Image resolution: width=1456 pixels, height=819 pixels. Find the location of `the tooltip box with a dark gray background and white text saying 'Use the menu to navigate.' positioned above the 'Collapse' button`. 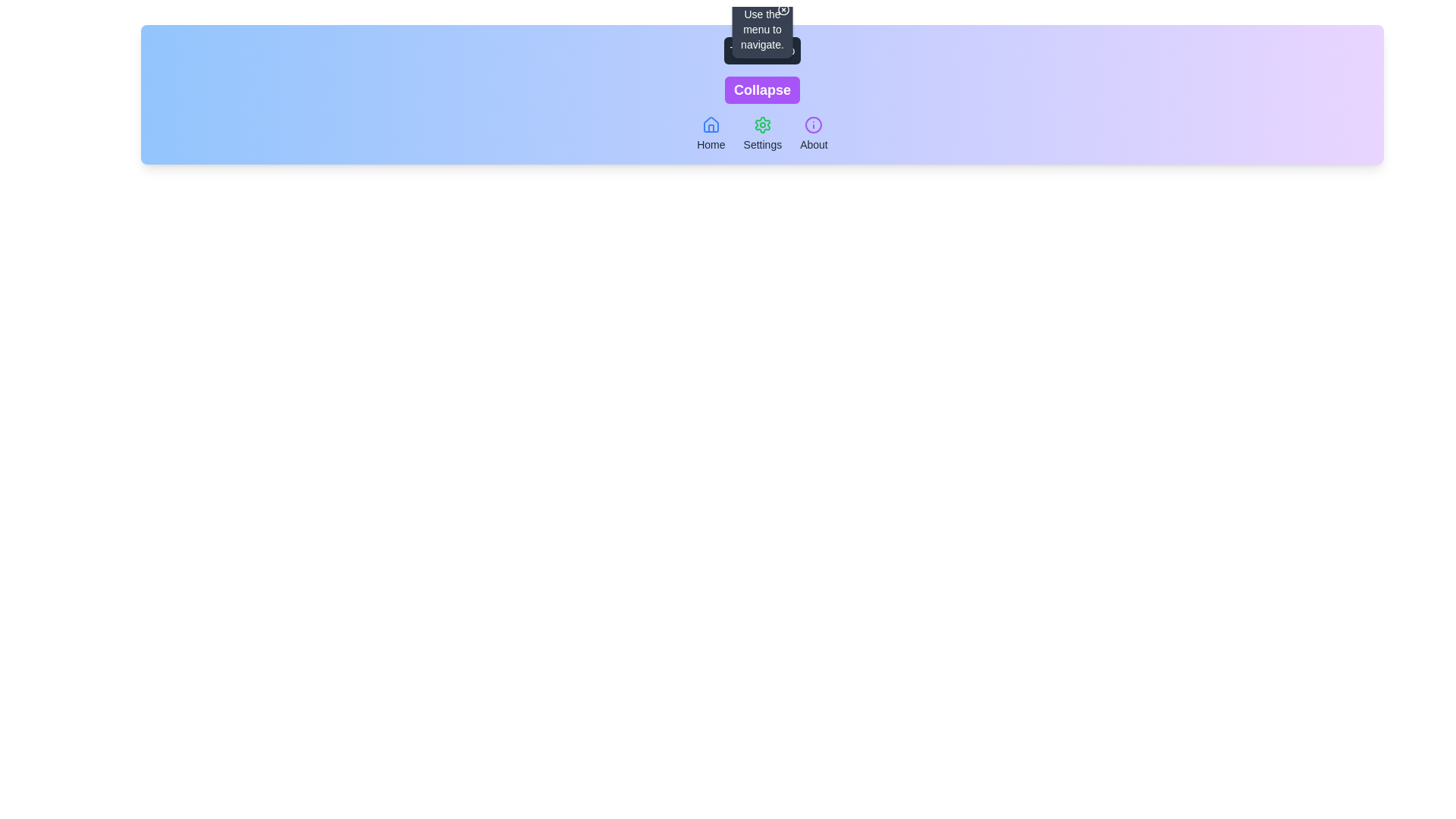

the tooltip box with a dark gray background and white text saying 'Use the menu to navigate.' positioned above the 'Collapse' button is located at coordinates (762, 29).